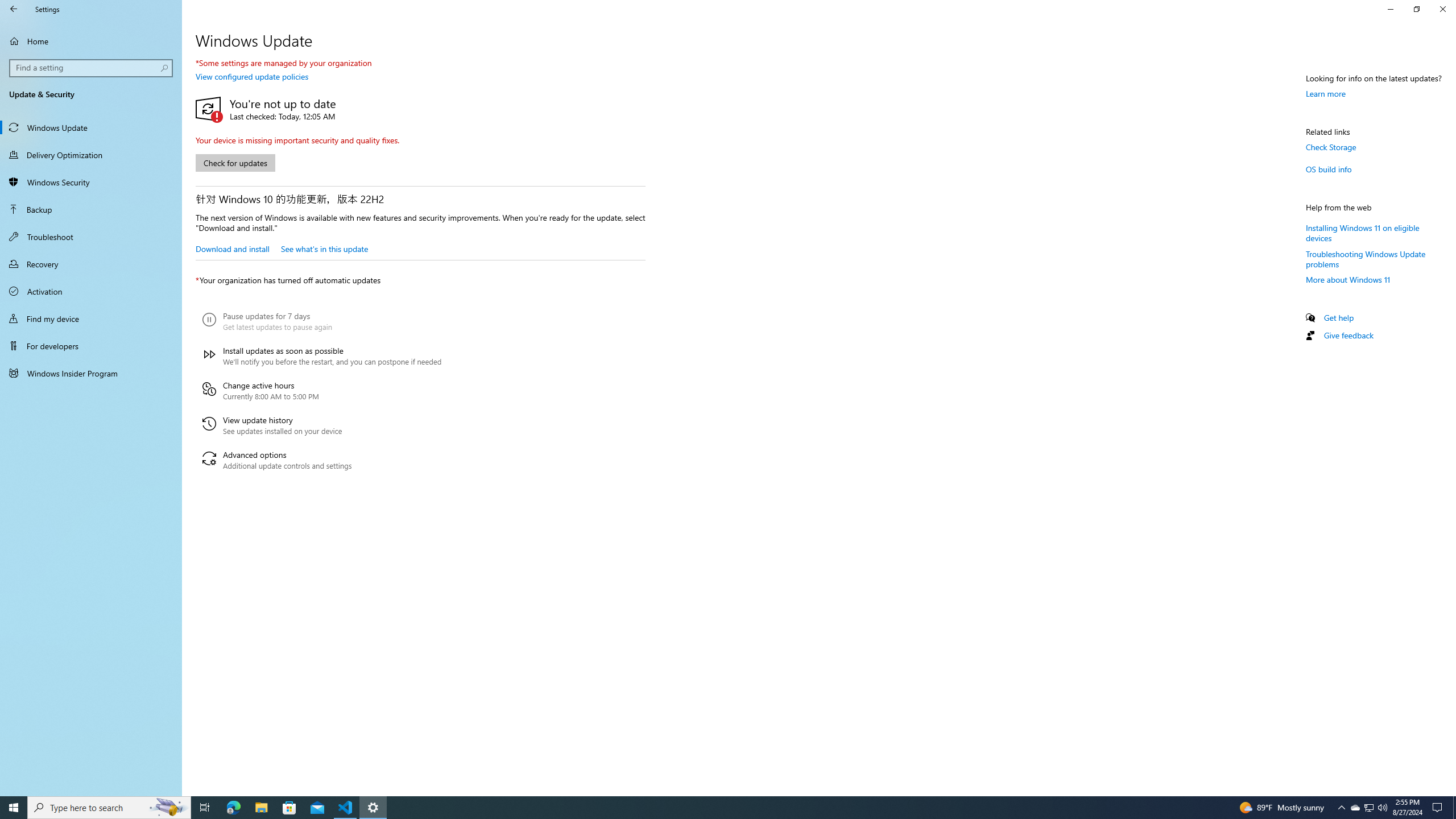 This screenshot has height=819, width=1456. What do you see at coordinates (167, 806) in the screenshot?
I see `'Search highlights icon opens search home window'` at bounding box center [167, 806].